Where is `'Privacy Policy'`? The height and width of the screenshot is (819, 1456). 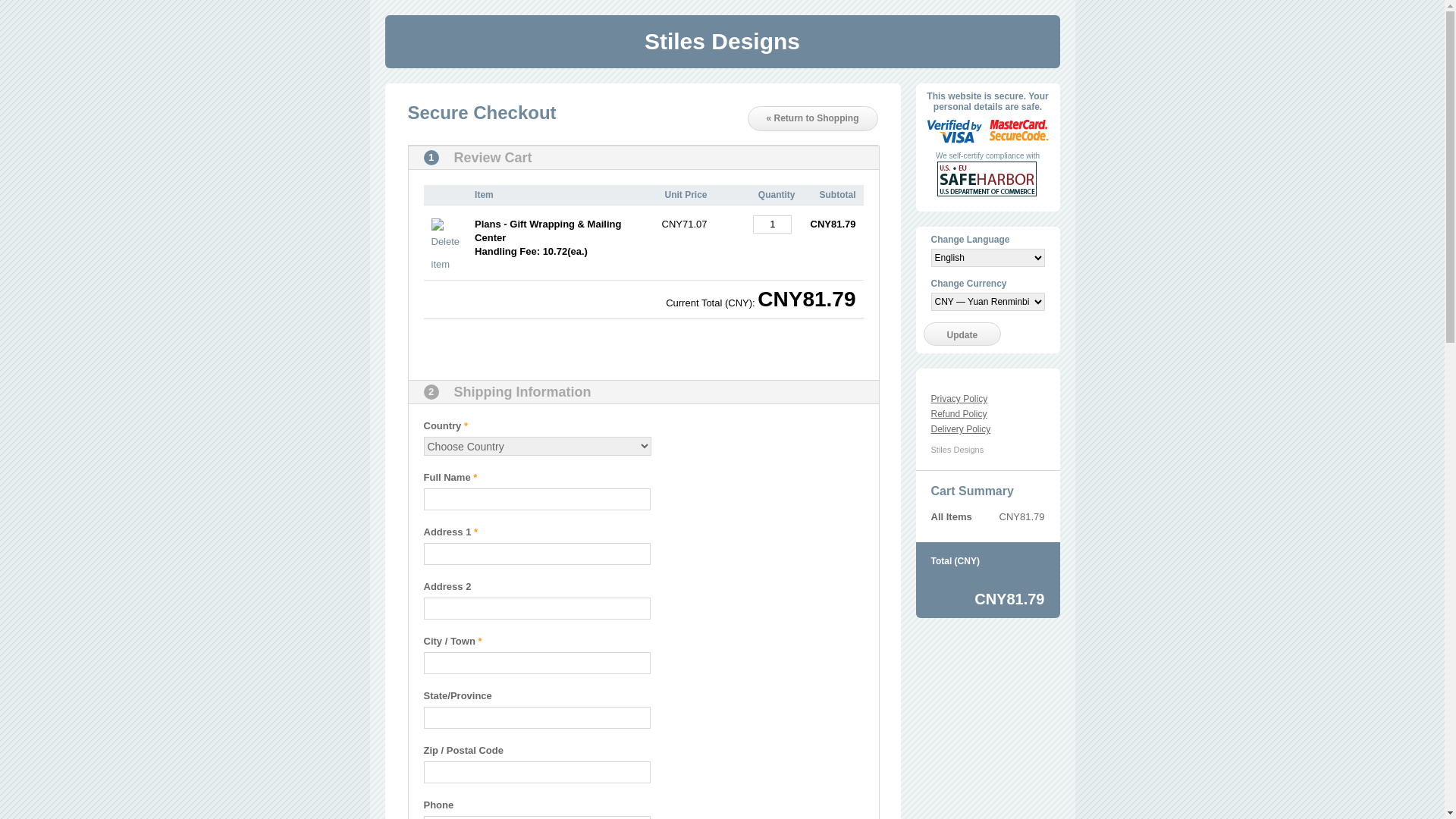
'Privacy Policy' is located at coordinates (959, 397).